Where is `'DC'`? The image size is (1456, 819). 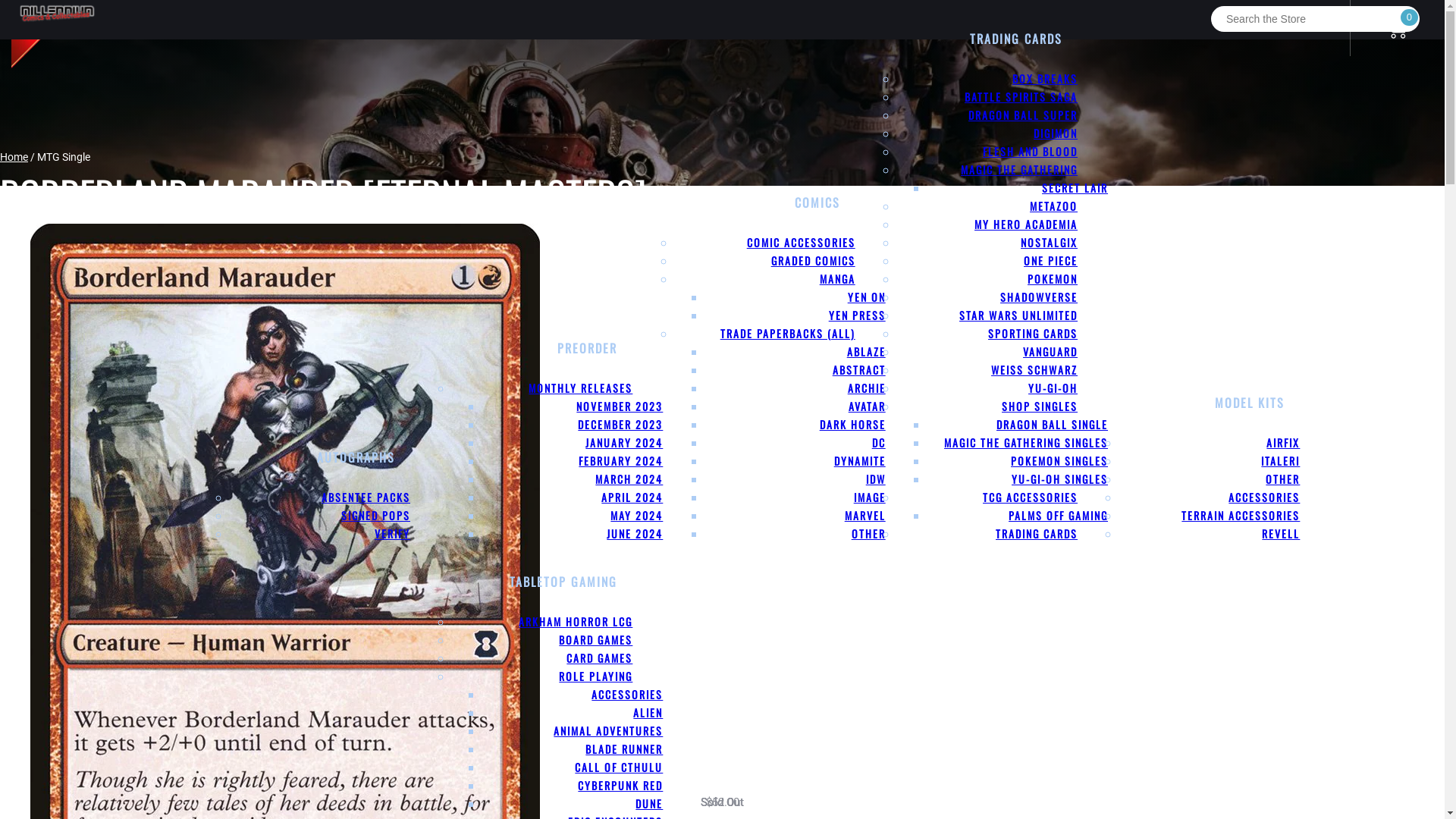 'DC' is located at coordinates (878, 442).